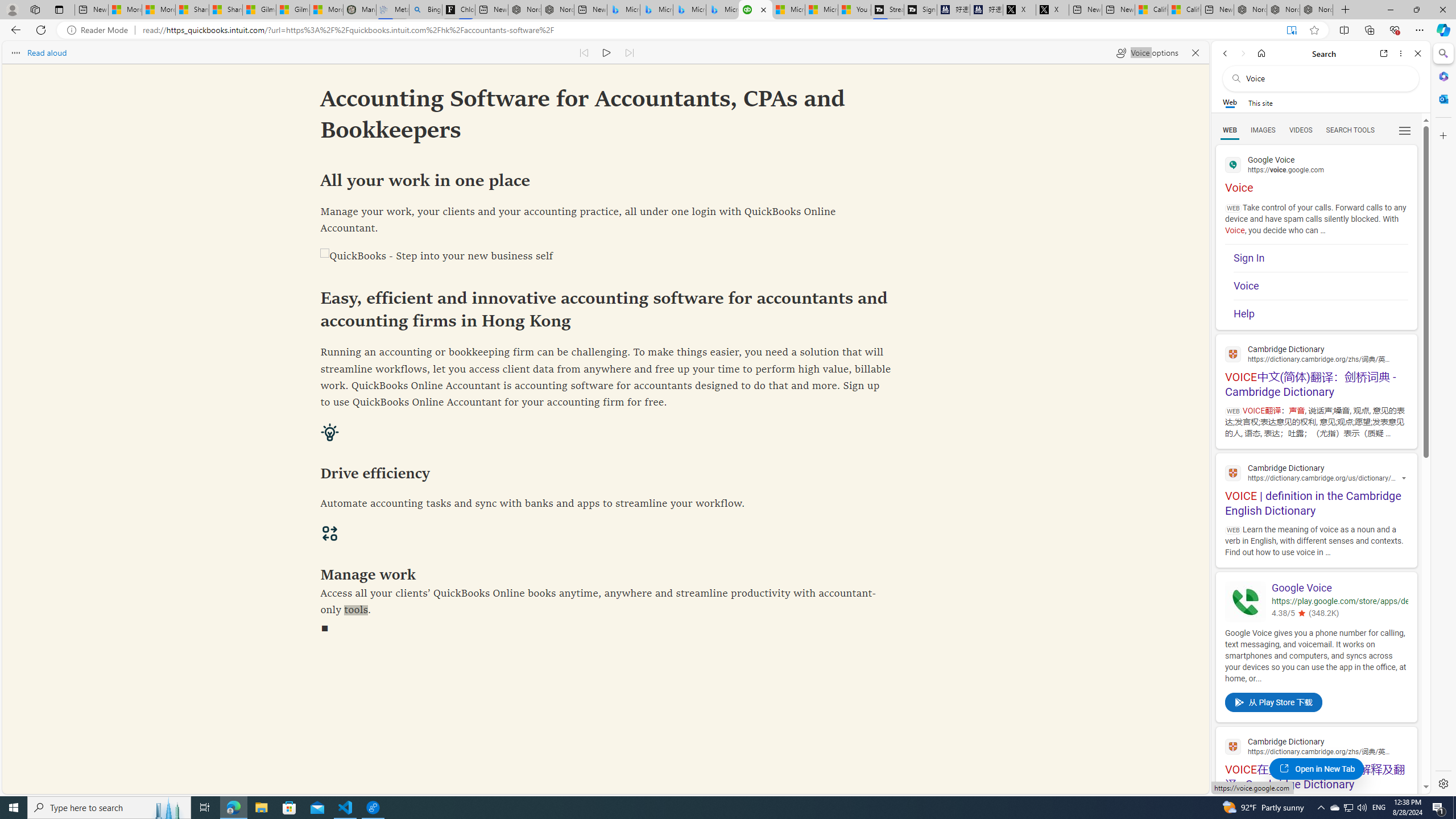 The image size is (1456, 819). What do you see at coordinates (1339, 614) in the screenshot?
I see `'4.38/5(348.2K)'` at bounding box center [1339, 614].